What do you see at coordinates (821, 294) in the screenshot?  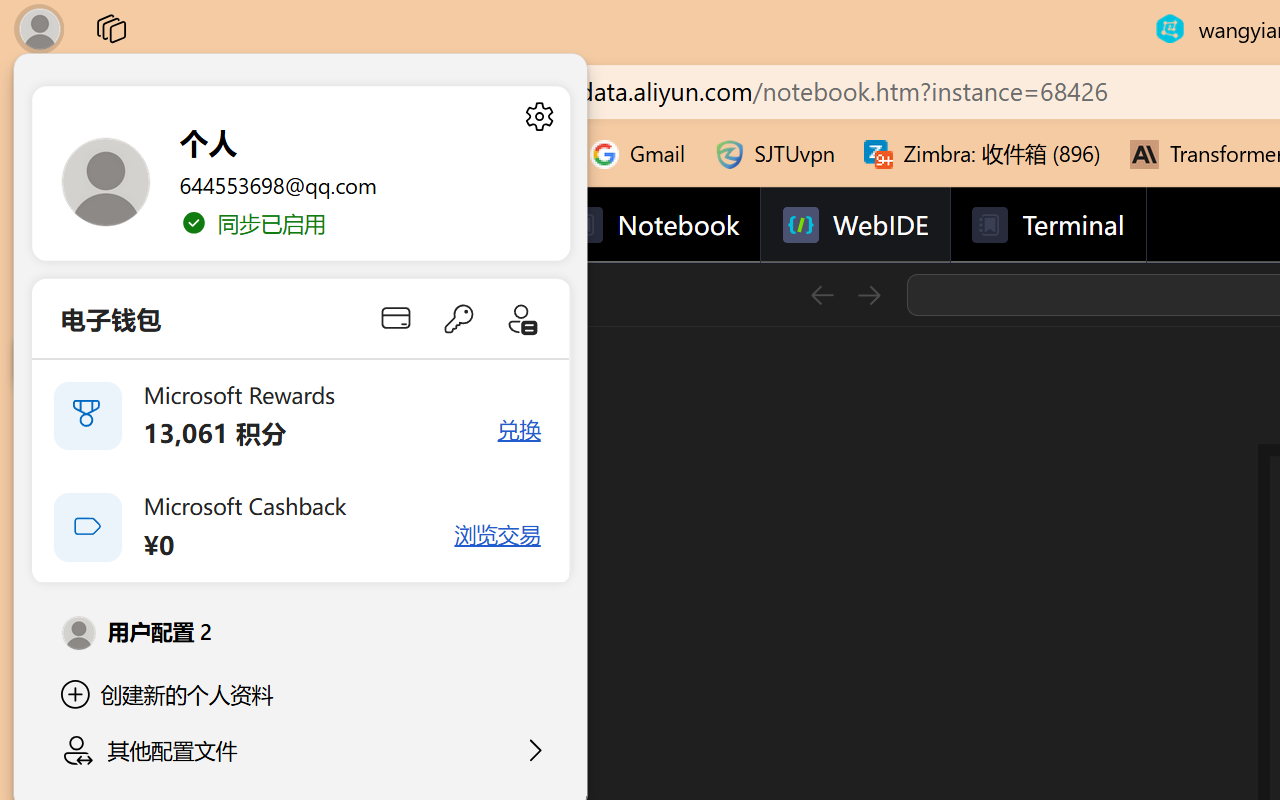 I see `'Go Back (Alt+LeftArrow)'` at bounding box center [821, 294].